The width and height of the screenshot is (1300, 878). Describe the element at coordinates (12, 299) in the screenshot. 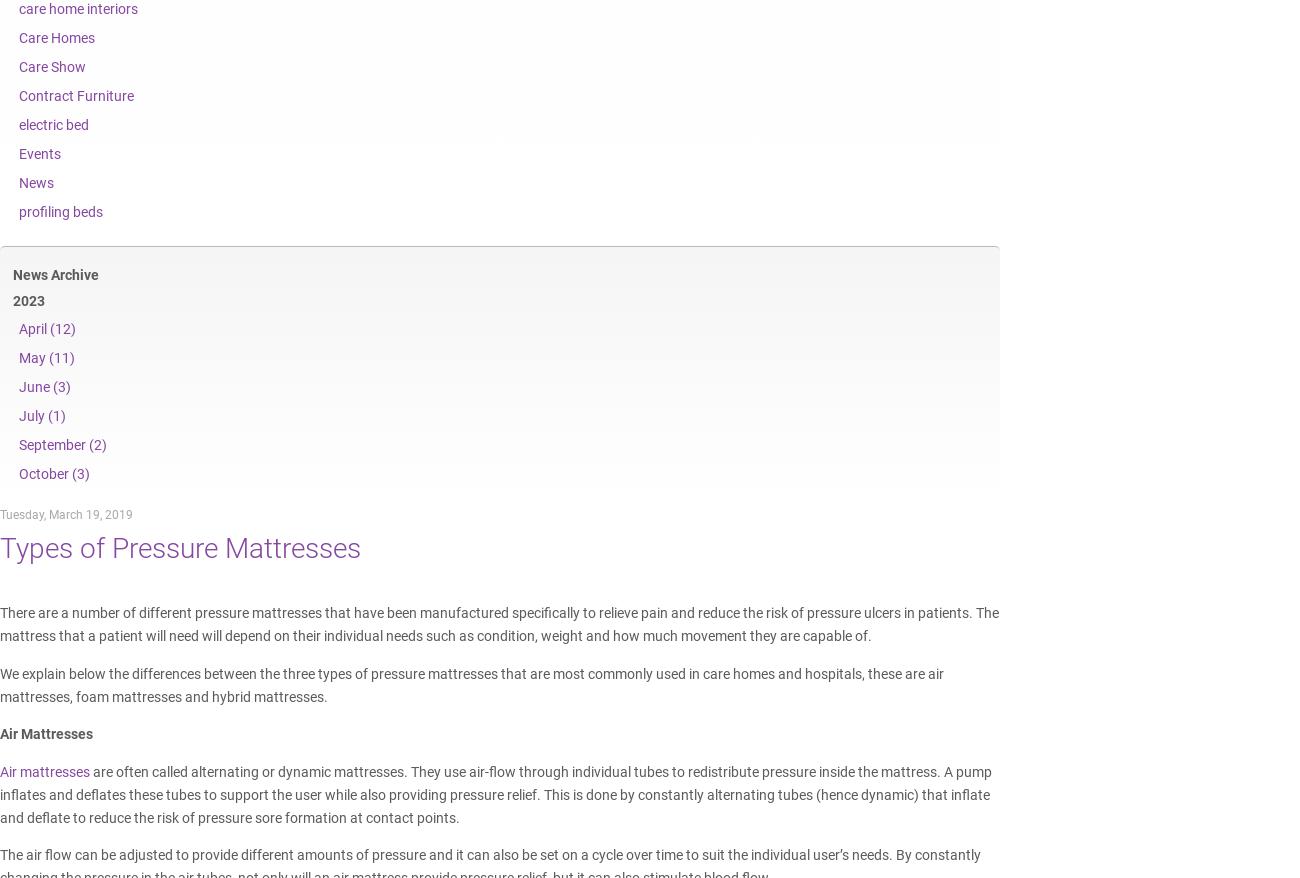

I see `'2023'` at that location.